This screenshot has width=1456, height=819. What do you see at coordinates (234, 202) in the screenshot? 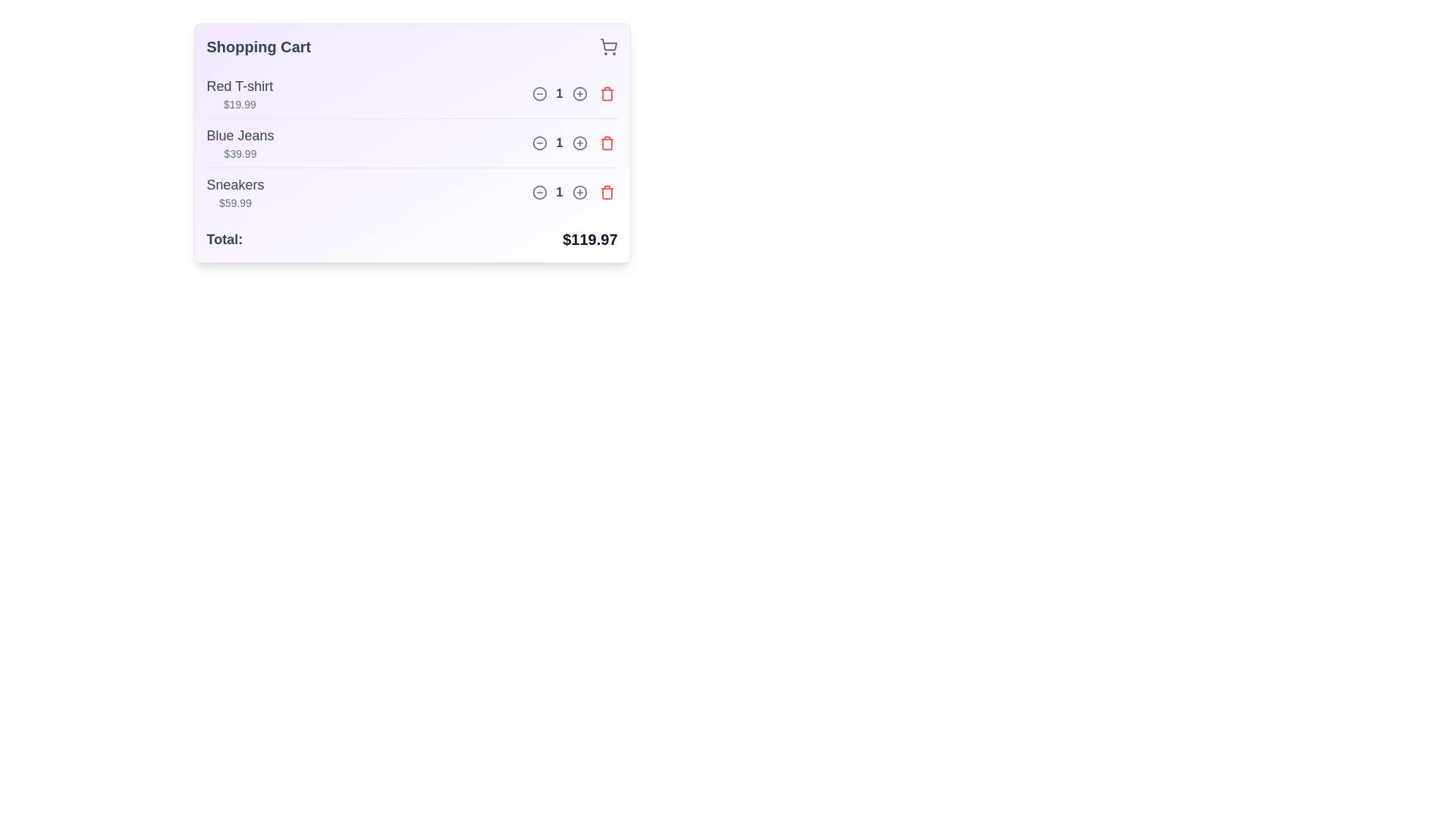
I see `the text label displaying the price '$59.99', which is located below the 'Sneakers' label in the shopping cart item list` at bounding box center [234, 202].